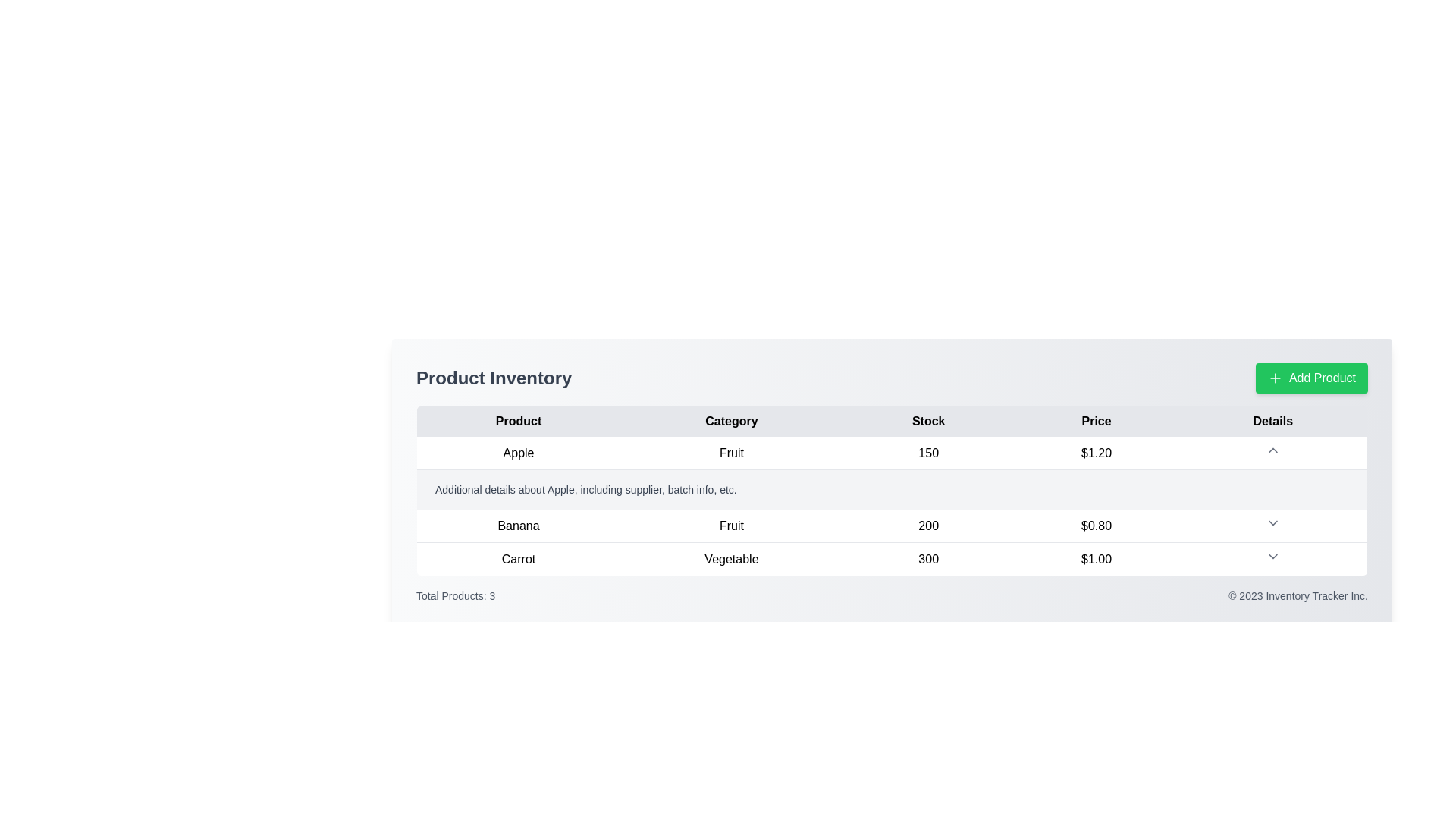  Describe the element at coordinates (731, 559) in the screenshot. I see `the 'Vegetable' text label in the 'Product Inventory' table, which is located under the 'Category' column for the 'Carrot' product` at that location.